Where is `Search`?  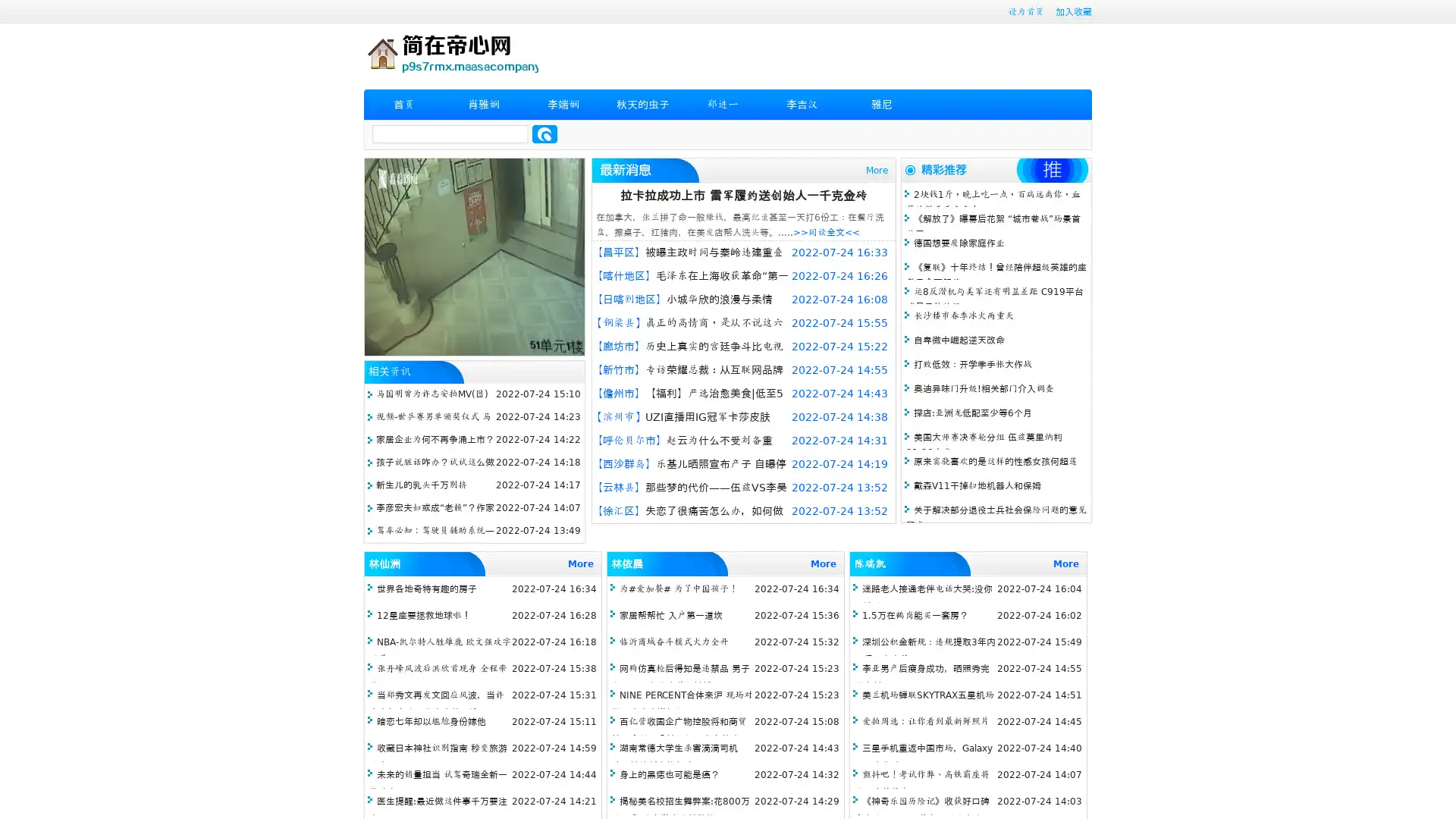
Search is located at coordinates (544, 133).